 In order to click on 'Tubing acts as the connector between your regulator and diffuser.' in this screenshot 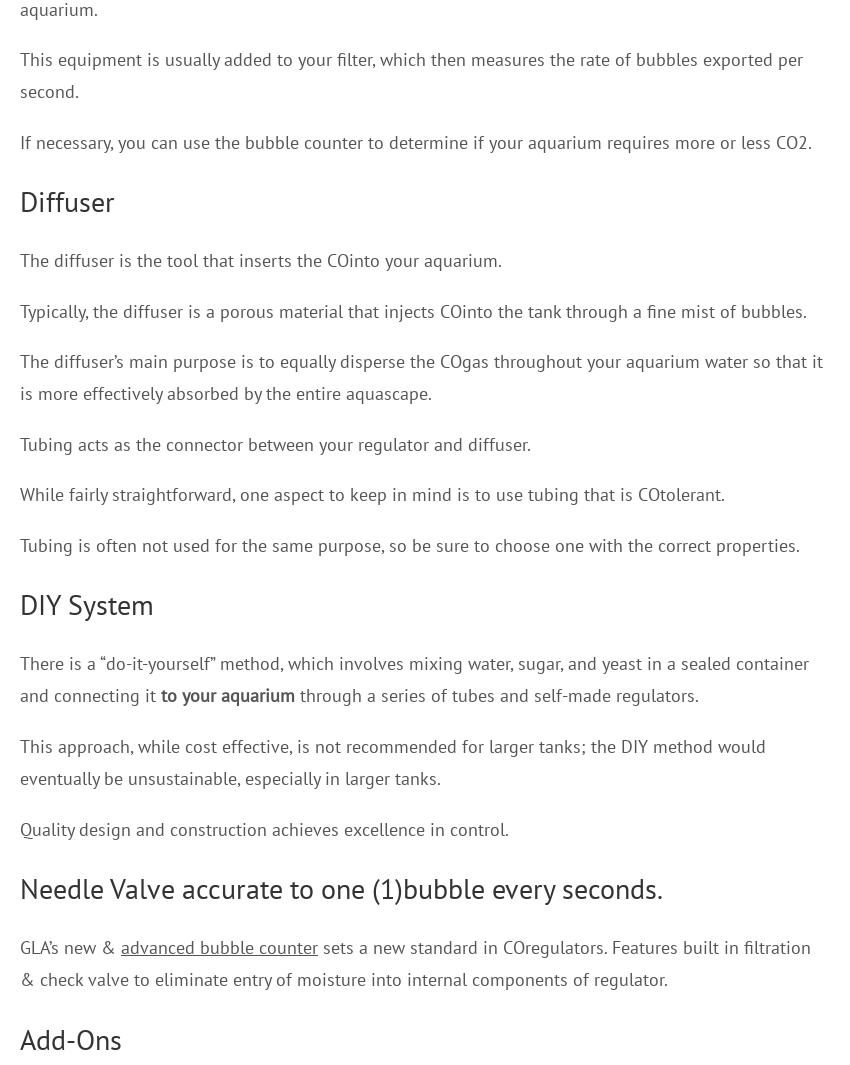, I will do `click(18, 442)`.